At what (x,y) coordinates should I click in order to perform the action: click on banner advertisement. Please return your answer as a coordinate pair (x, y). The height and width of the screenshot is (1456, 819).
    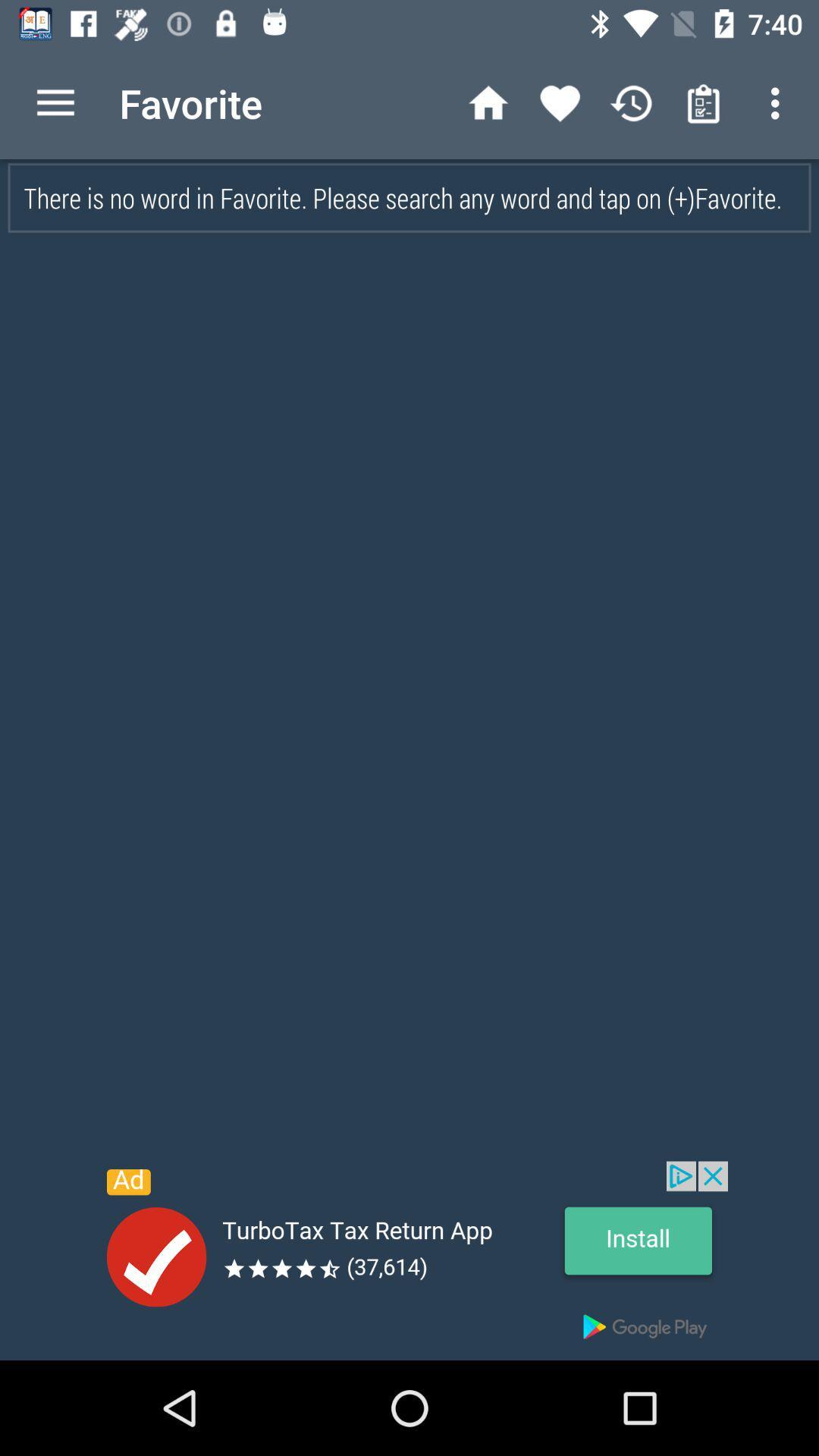
    Looking at the image, I should click on (409, 1260).